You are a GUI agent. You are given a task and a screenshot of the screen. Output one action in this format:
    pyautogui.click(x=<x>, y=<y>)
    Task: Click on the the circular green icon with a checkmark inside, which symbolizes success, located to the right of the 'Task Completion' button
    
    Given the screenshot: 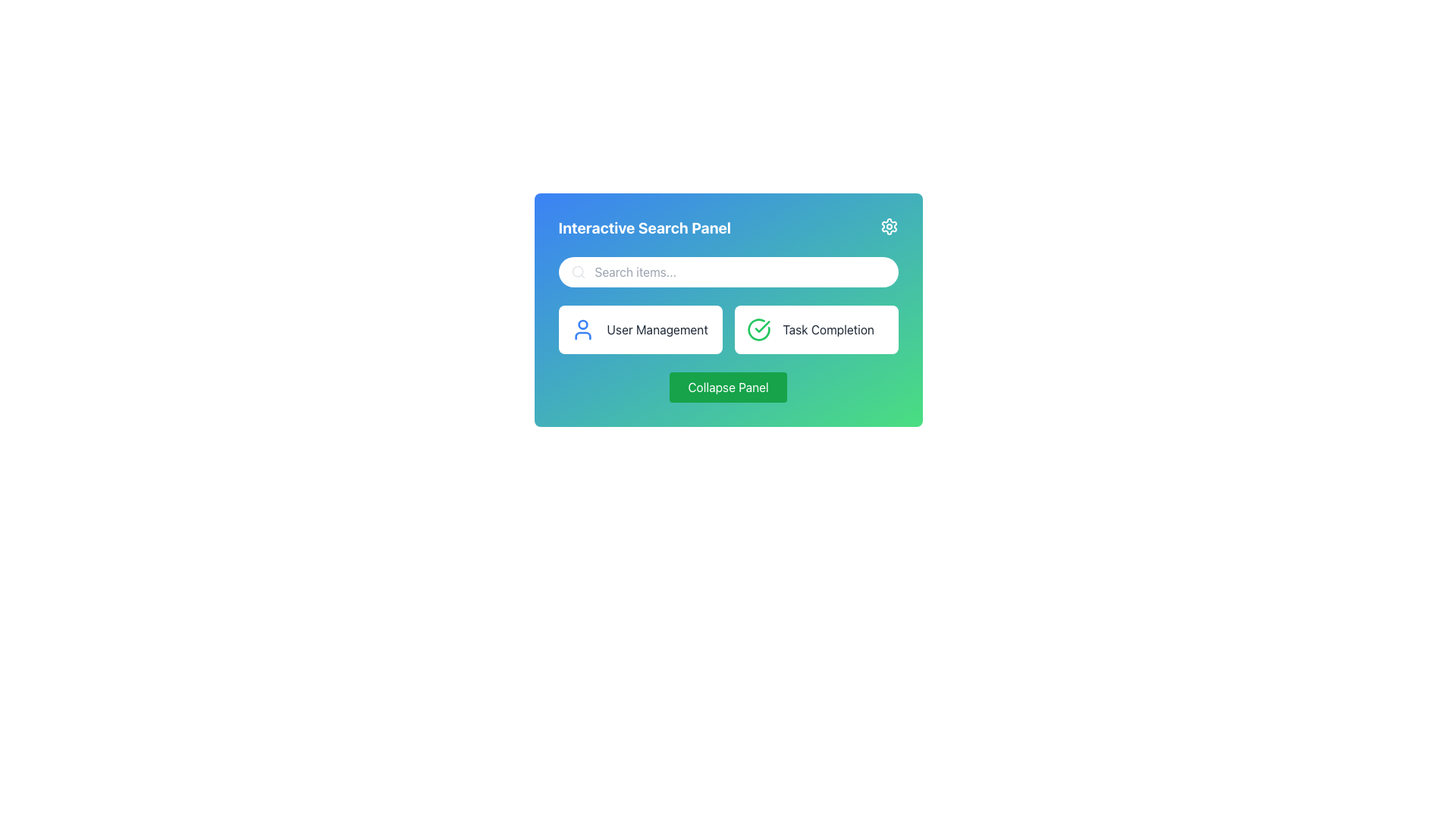 What is the action you would take?
    pyautogui.click(x=758, y=329)
    